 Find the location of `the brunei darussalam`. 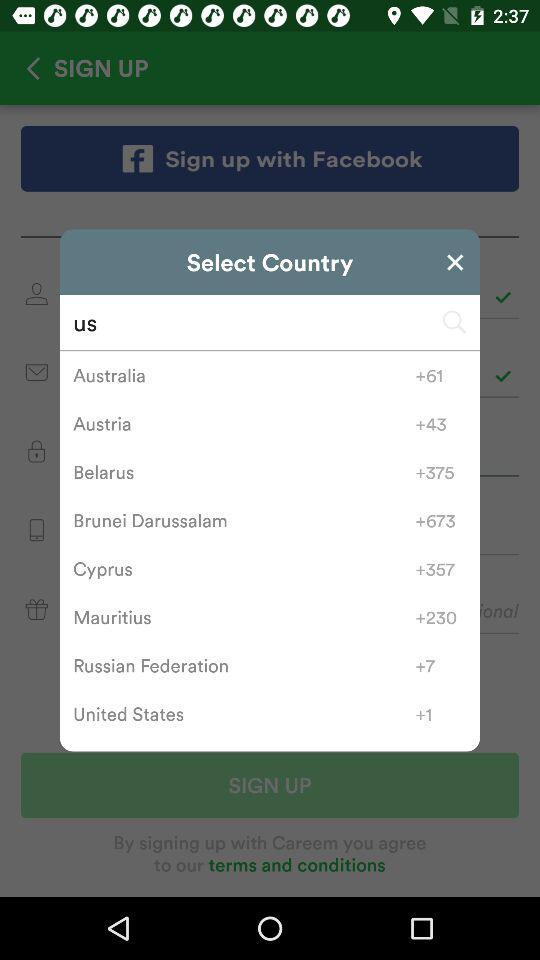

the brunei darussalam is located at coordinates (244, 519).